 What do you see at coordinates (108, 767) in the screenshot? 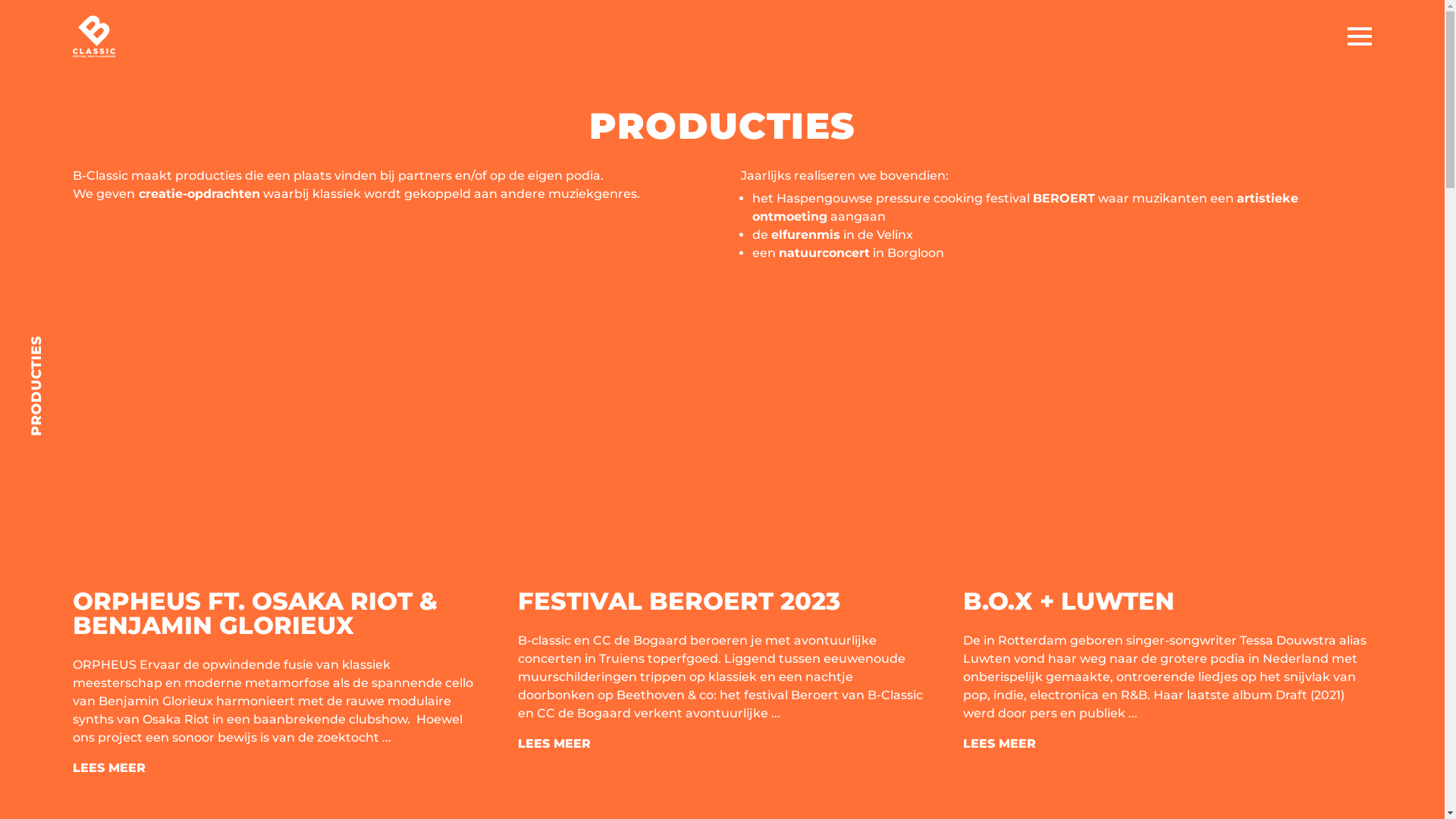
I see `'LEES MEER'` at bounding box center [108, 767].